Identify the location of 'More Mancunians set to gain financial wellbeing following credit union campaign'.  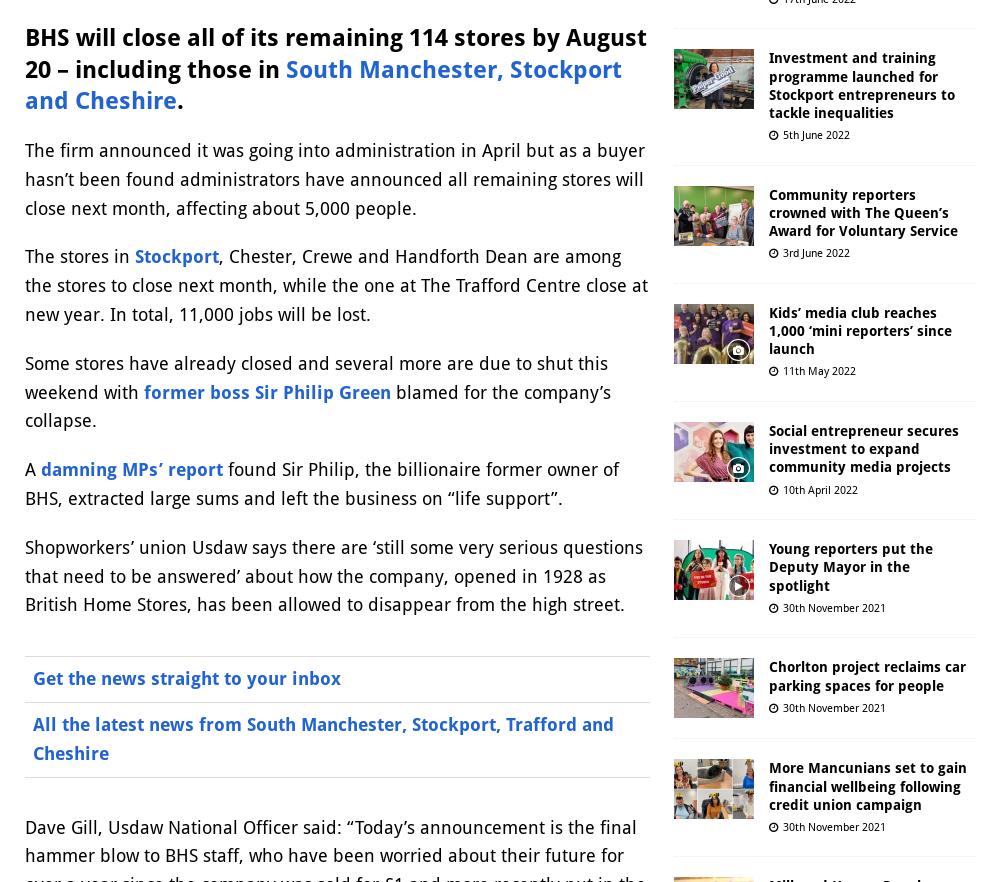
(867, 786).